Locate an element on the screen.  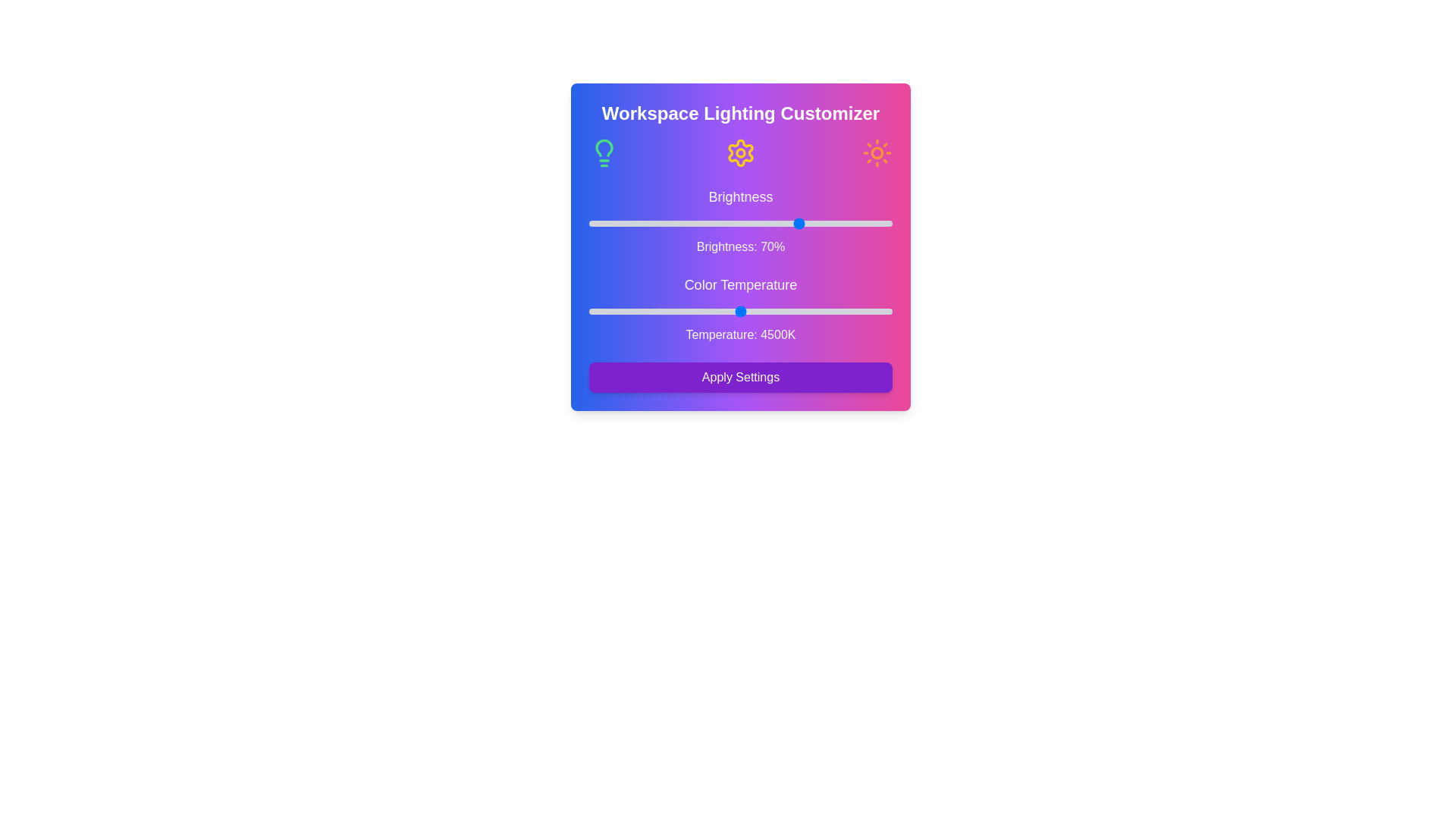
the color temperature slider to 5697 K is located at coordinates (830, 311).